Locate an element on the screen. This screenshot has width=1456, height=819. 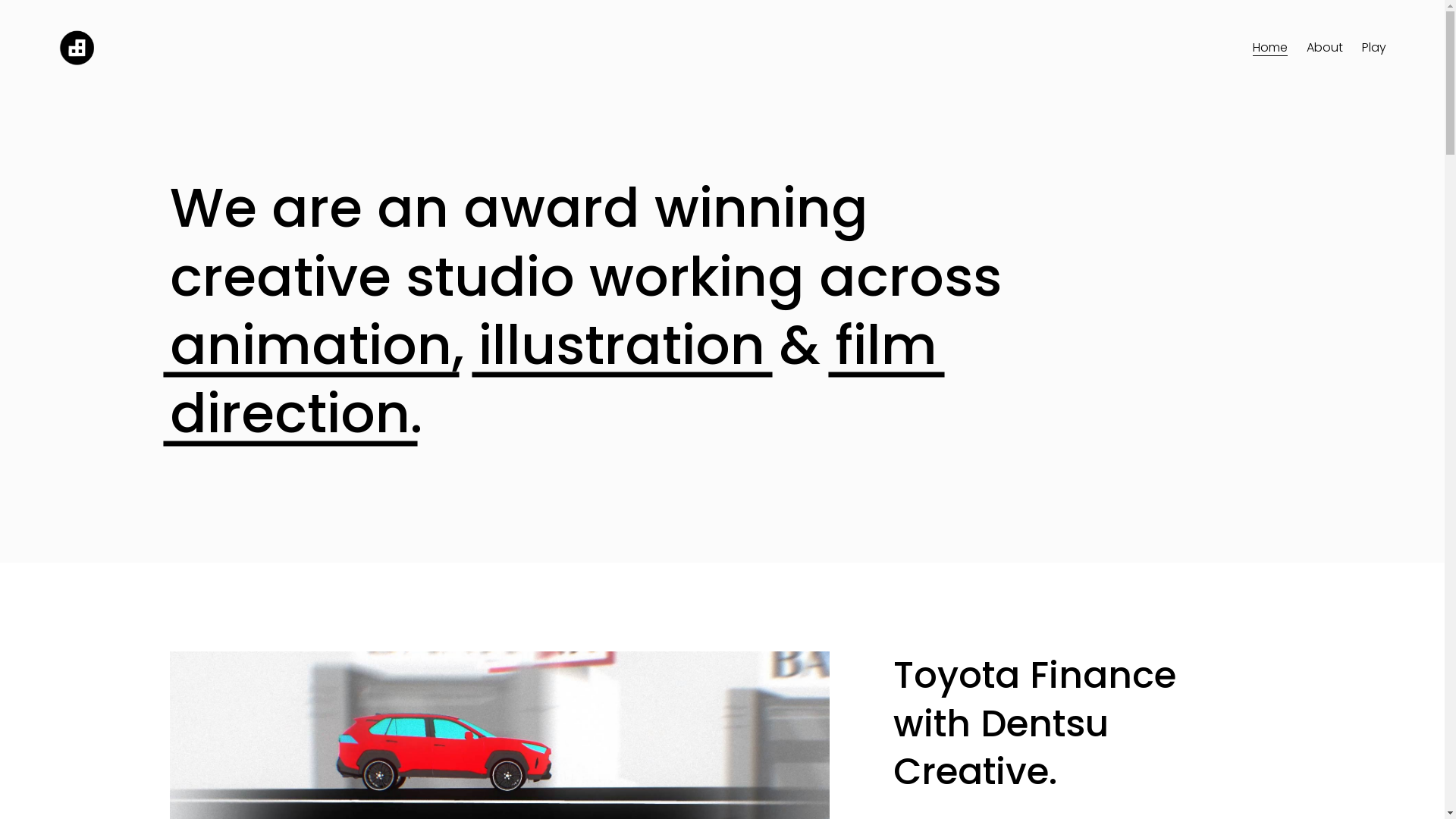
'Home' is located at coordinates (1270, 48).